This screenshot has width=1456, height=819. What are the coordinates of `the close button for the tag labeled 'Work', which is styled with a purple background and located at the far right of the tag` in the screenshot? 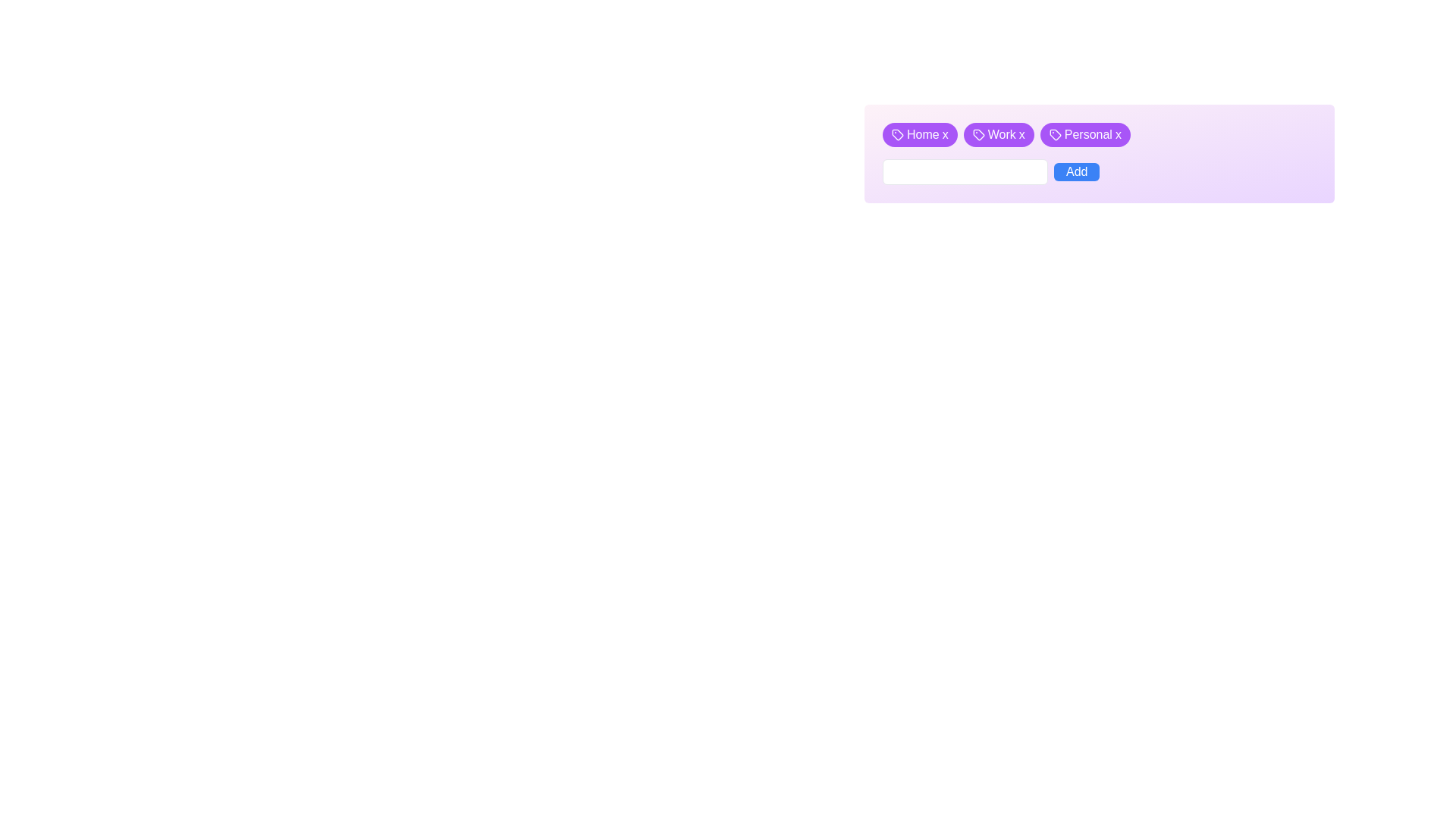 It's located at (1021, 133).